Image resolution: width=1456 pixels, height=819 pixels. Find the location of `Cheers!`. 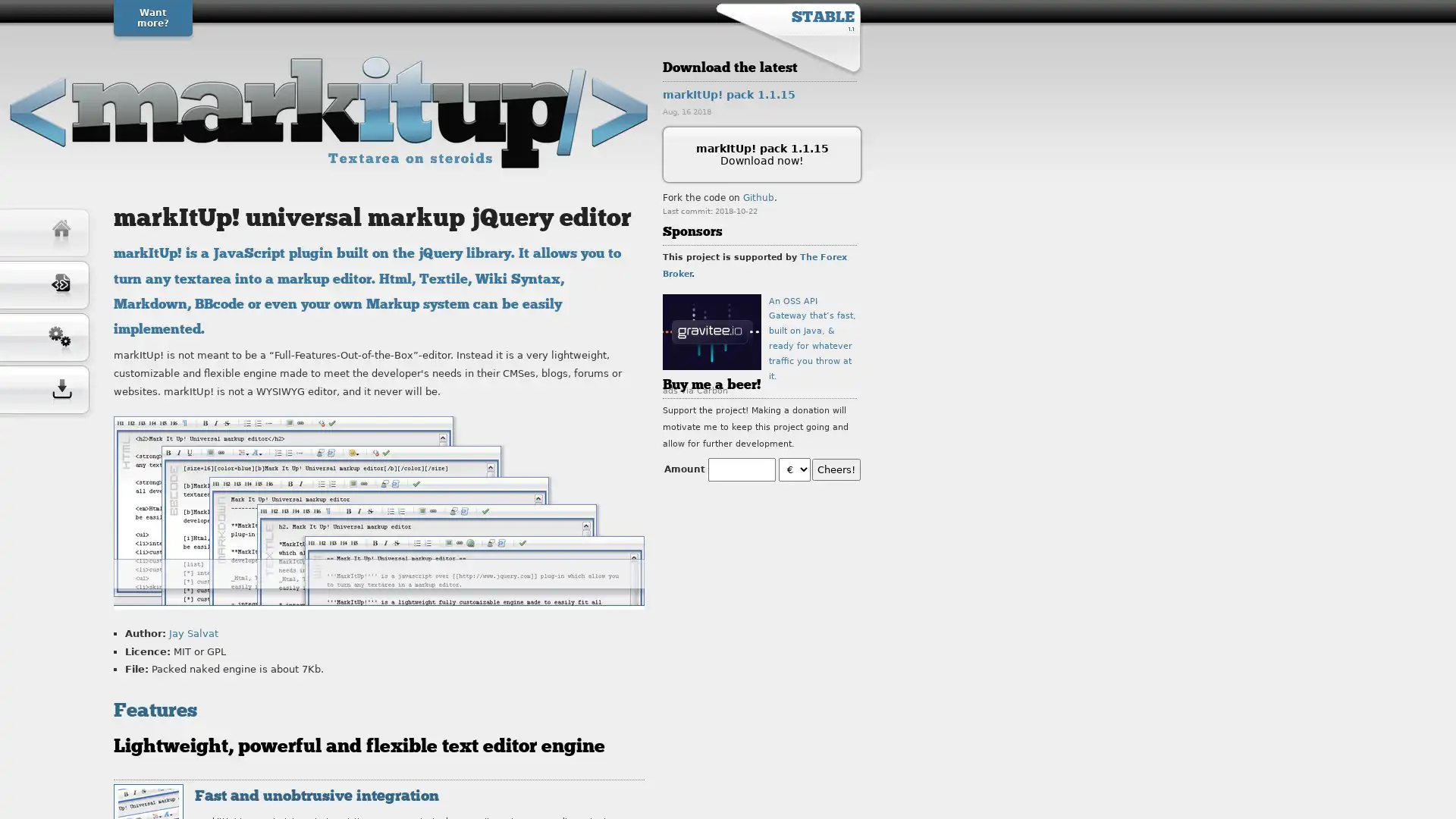

Cheers! is located at coordinates (836, 469).